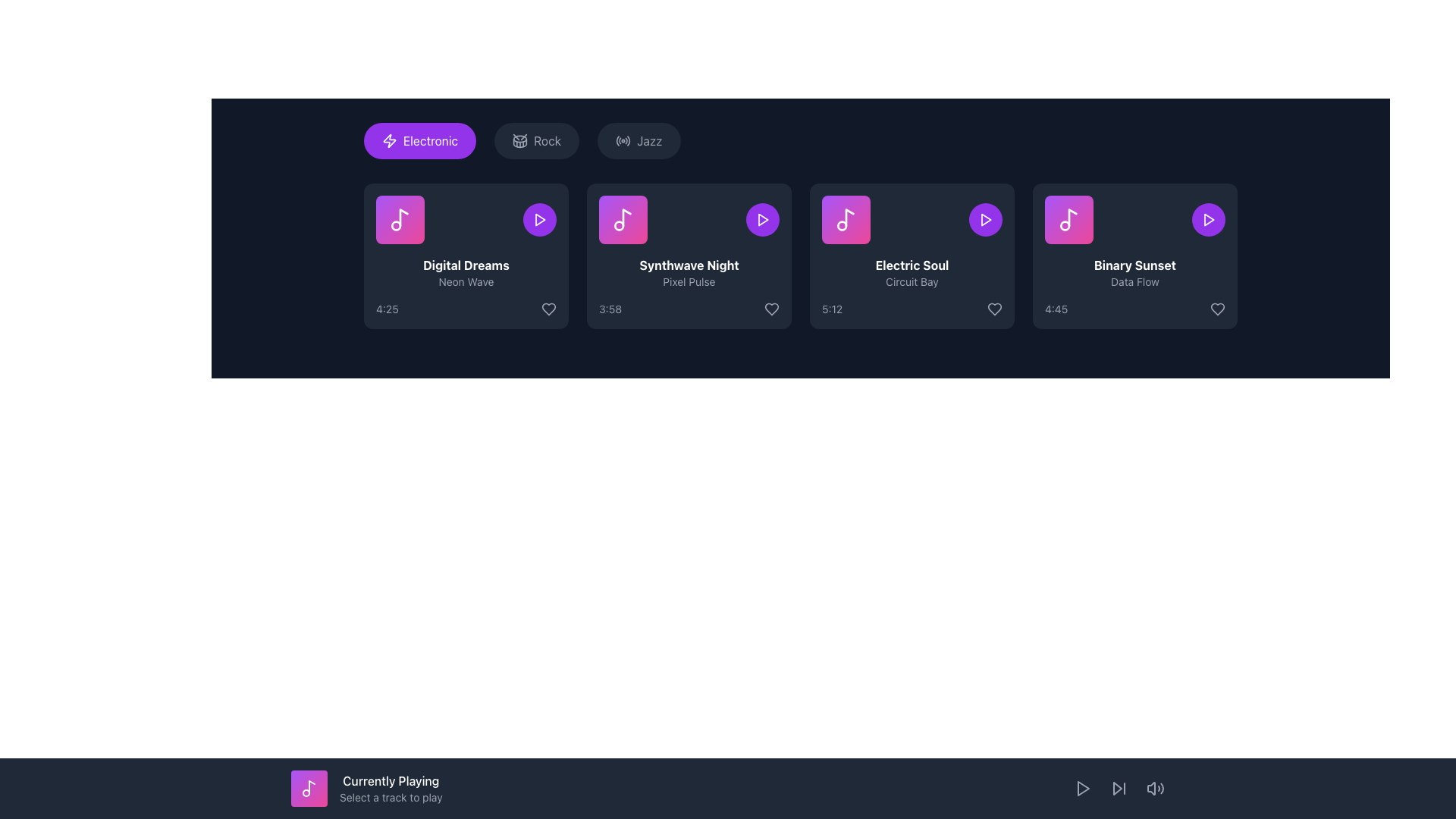 This screenshot has width=1456, height=819. What do you see at coordinates (688, 265) in the screenshot?
I see `the bold white text label reading 'Synthwave Night' within the music selection interface card` at bounding box center [688, 265].